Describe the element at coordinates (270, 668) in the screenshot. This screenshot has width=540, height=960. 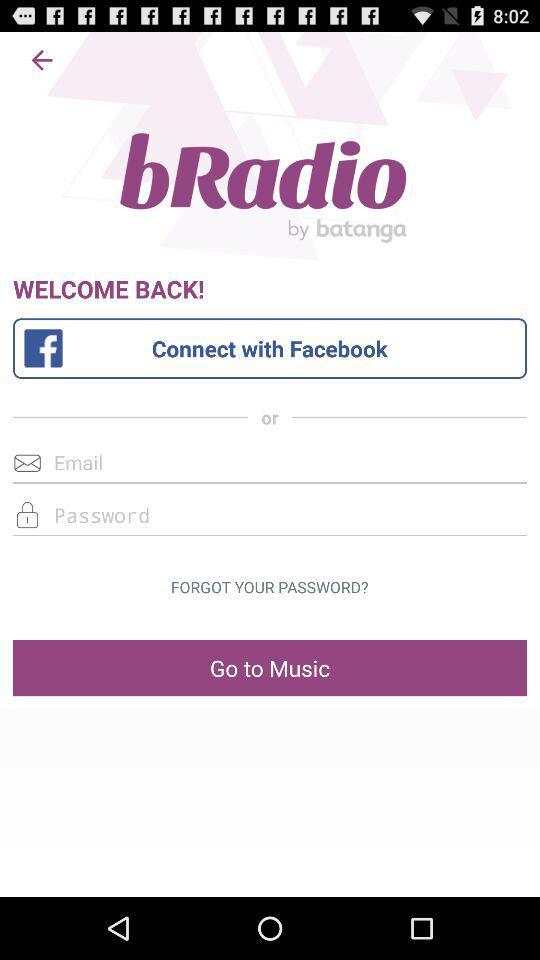
I see `go to music at the bottom` at that location.